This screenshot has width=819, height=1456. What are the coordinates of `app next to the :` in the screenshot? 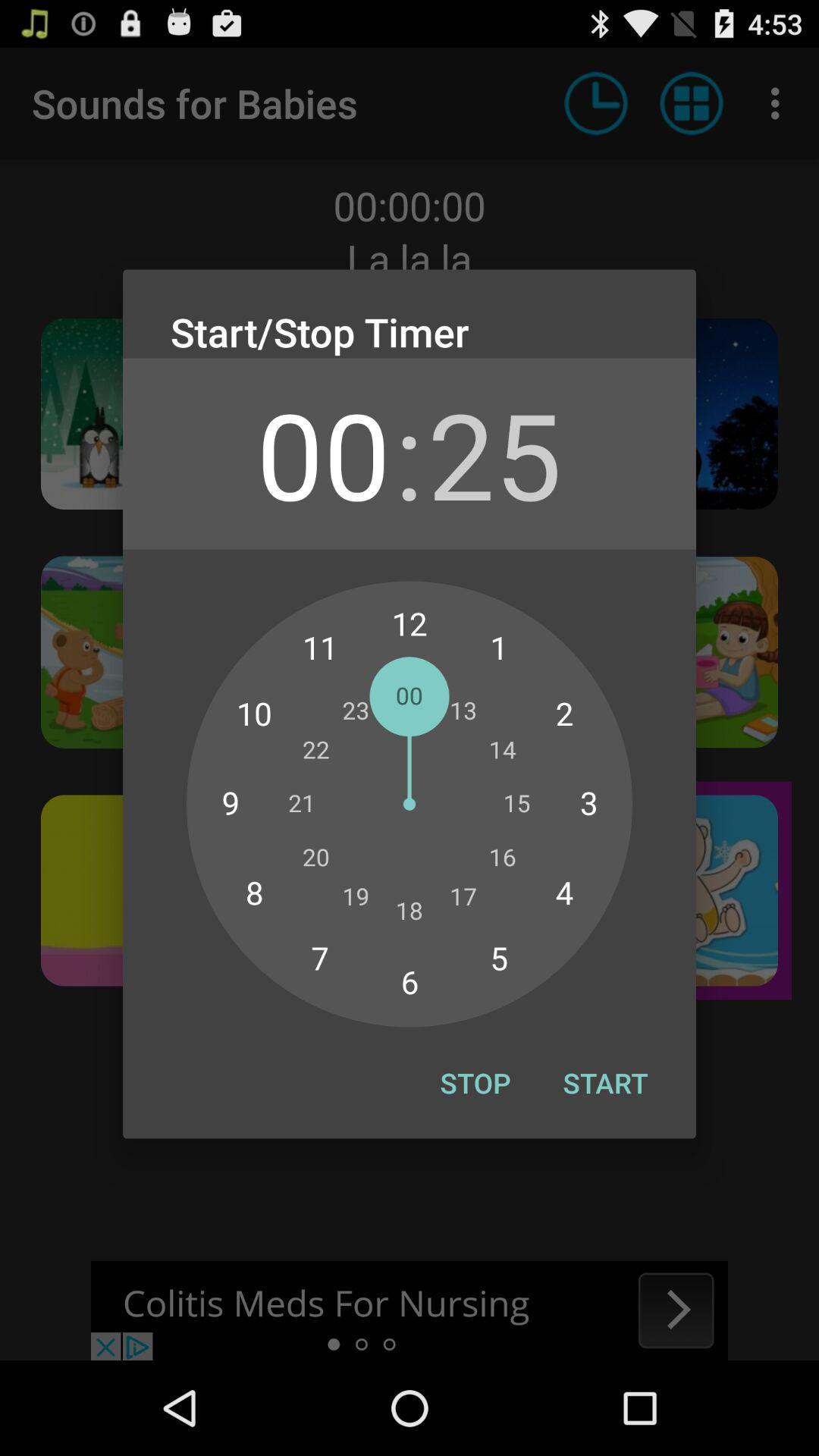 It's located at (322, 453).